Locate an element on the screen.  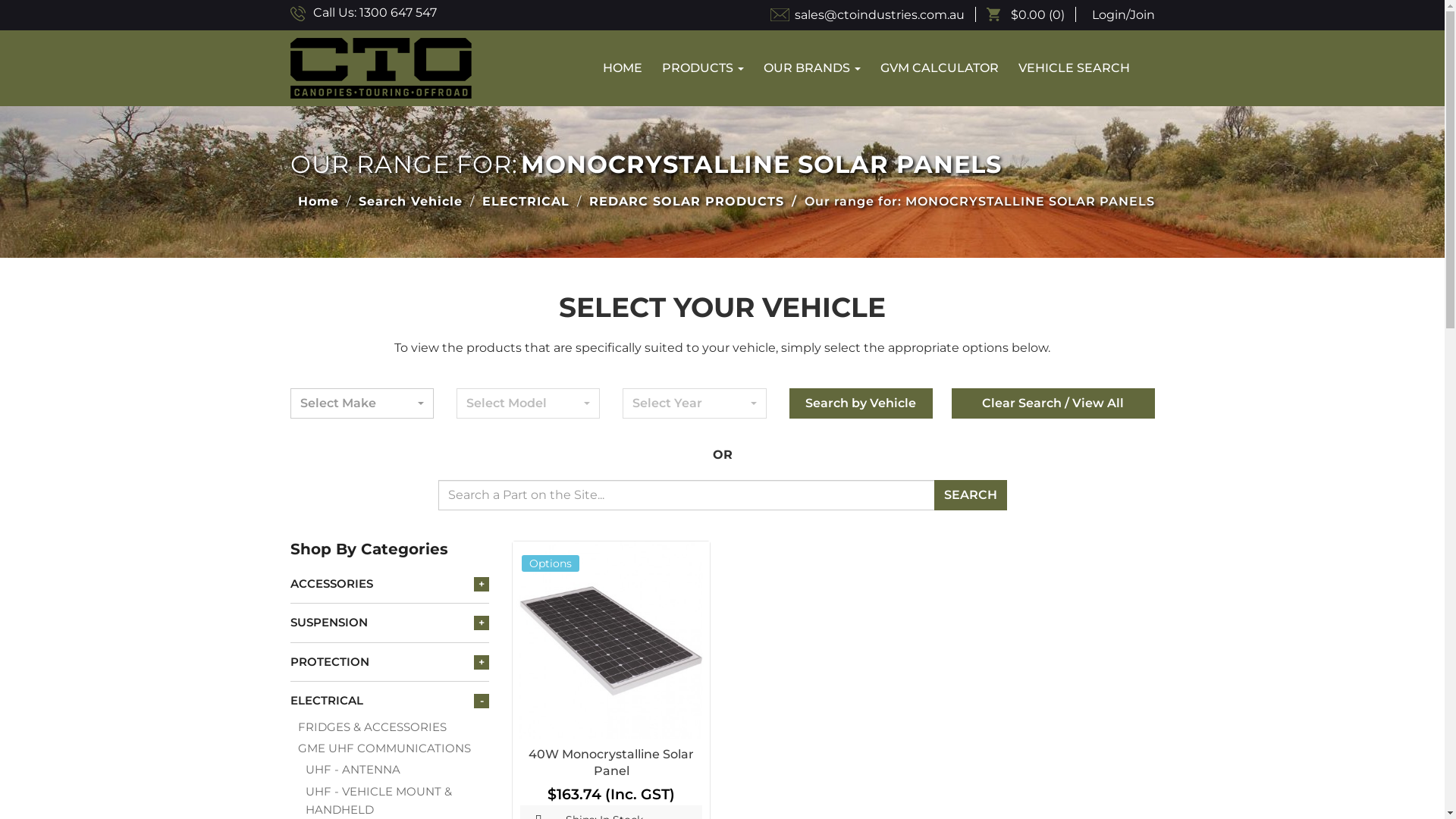
'Home' is located at coordinates (290, 200).